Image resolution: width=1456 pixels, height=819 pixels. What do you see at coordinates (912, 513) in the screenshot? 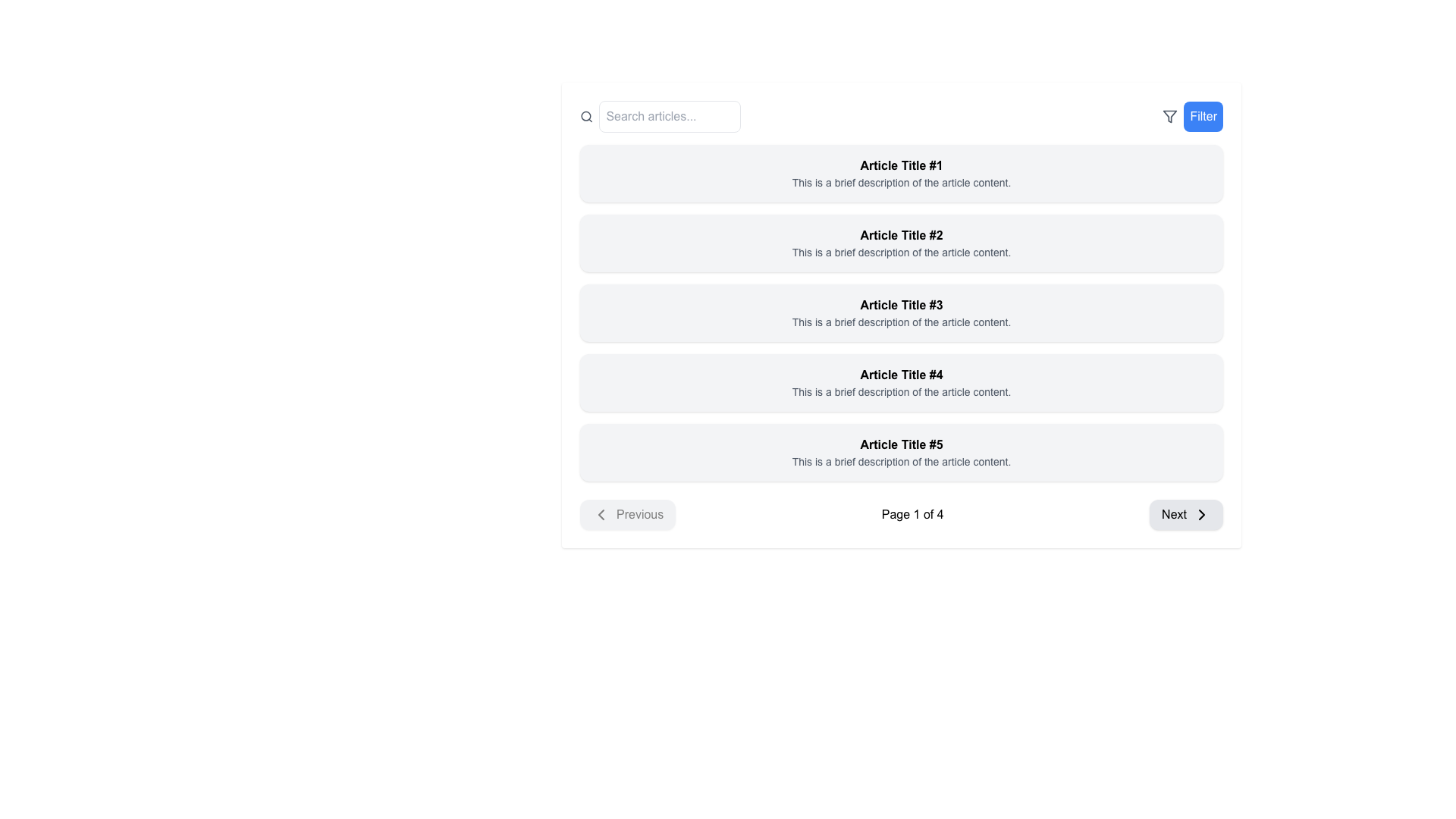
I see `text displayed in the Text Label that shows 'Page 1 of 4', which is centrally located in the navigation bar at the bottom of the interface` at bounding box center [912, 513].